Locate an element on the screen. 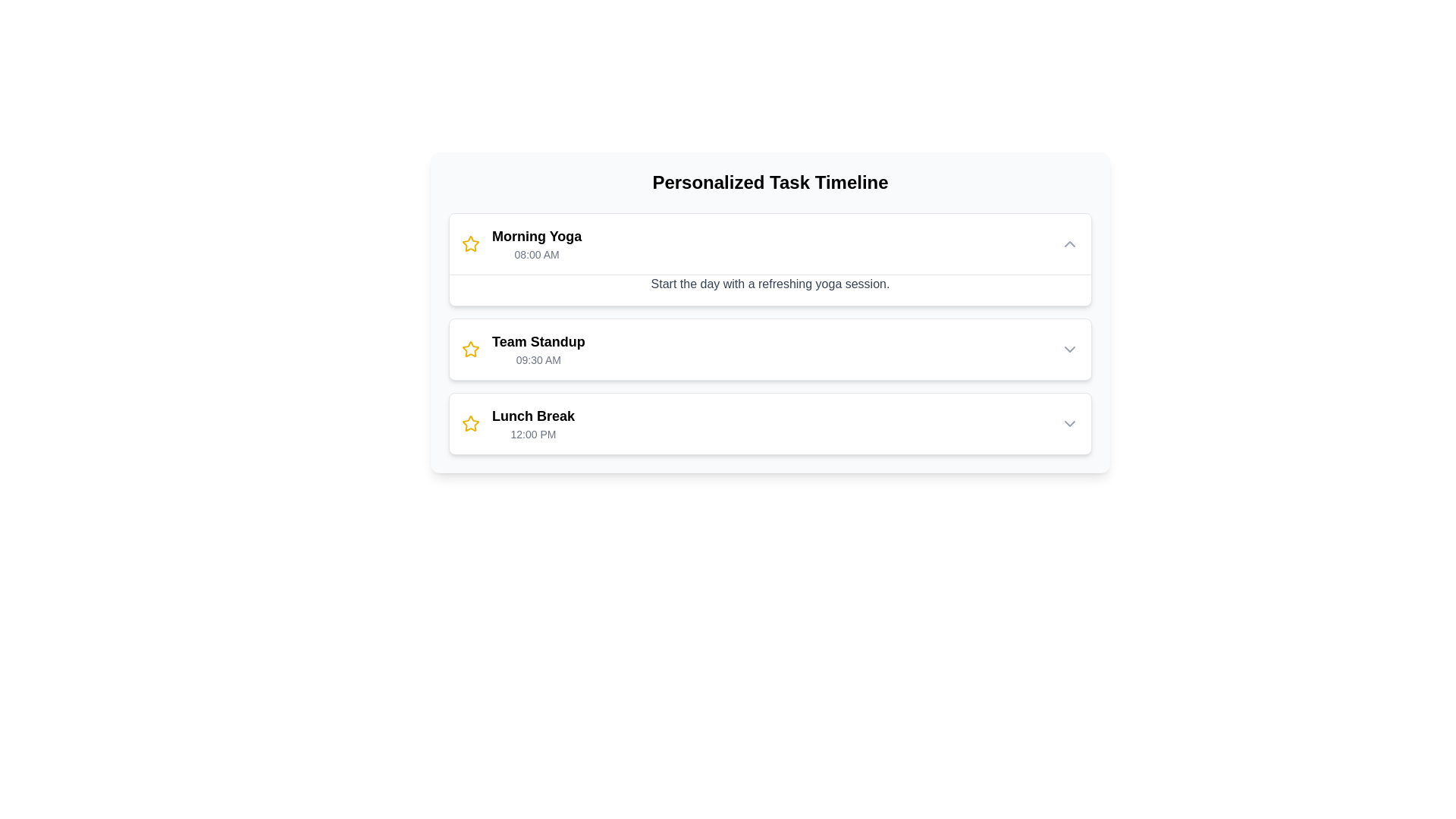 This screenshot has height=819, width=1456. on the 'Team Standup' meeting text label with a timestamp, which is the second task in the vertical list under the 'Personalized Task Timeline' heading is located at coordinates (538, 350).